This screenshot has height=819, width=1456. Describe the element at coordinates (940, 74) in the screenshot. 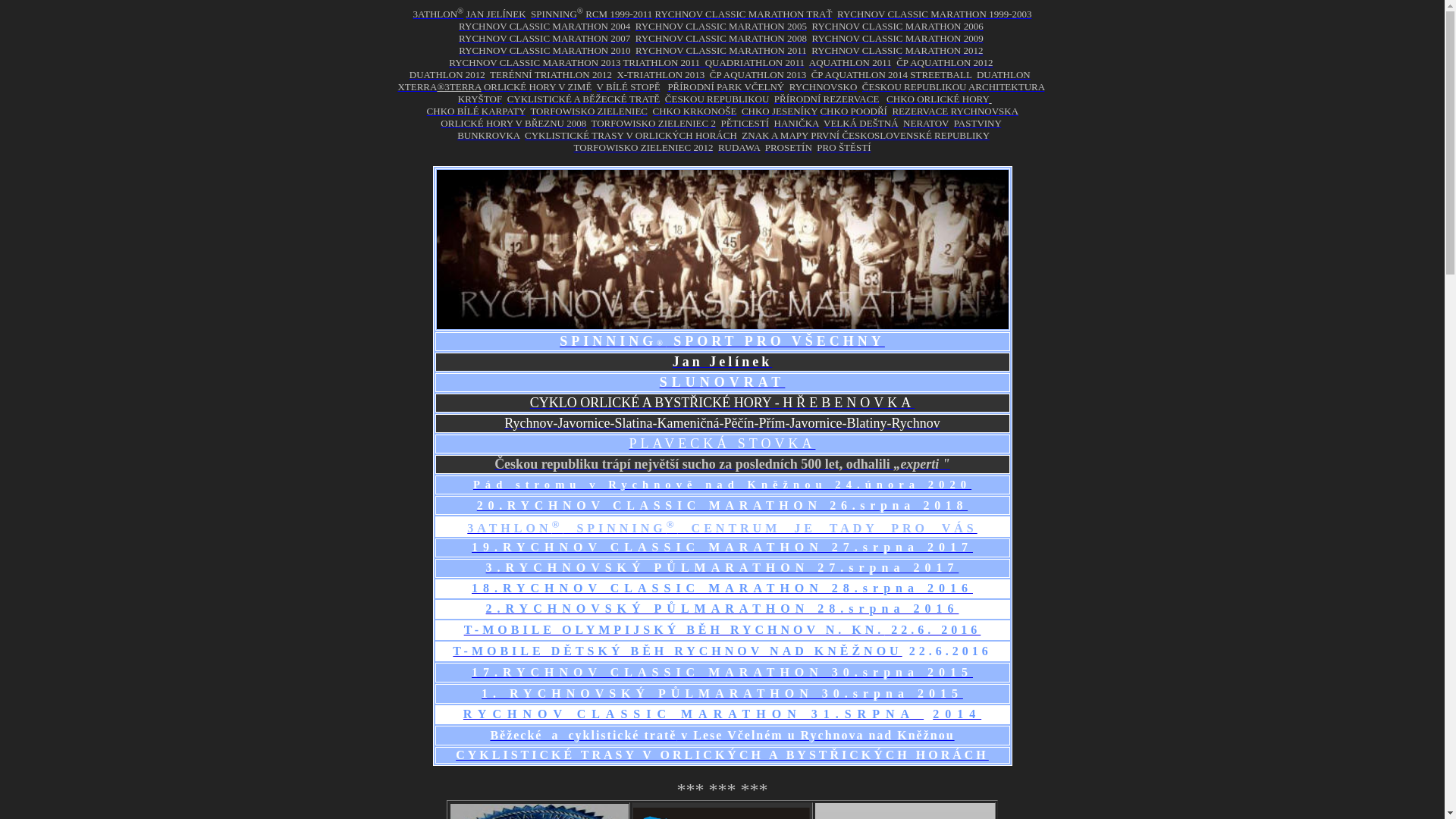

I see `'STREETBALL'` at that location.